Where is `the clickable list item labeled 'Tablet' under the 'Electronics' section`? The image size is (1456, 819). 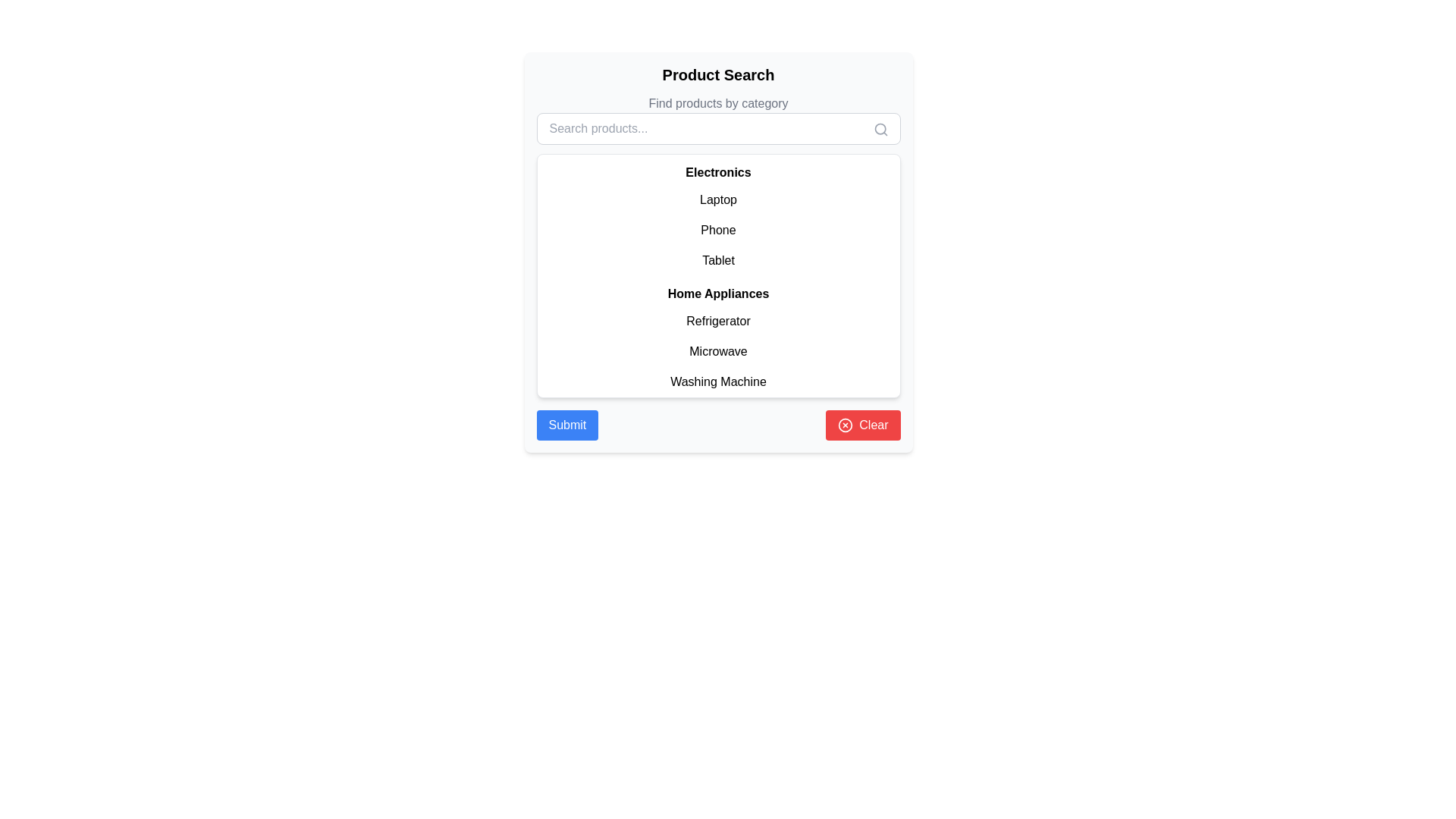 the clickable list item labeled 'Tablet' under the 'Electronics' section is located at coordinates (717, 259).